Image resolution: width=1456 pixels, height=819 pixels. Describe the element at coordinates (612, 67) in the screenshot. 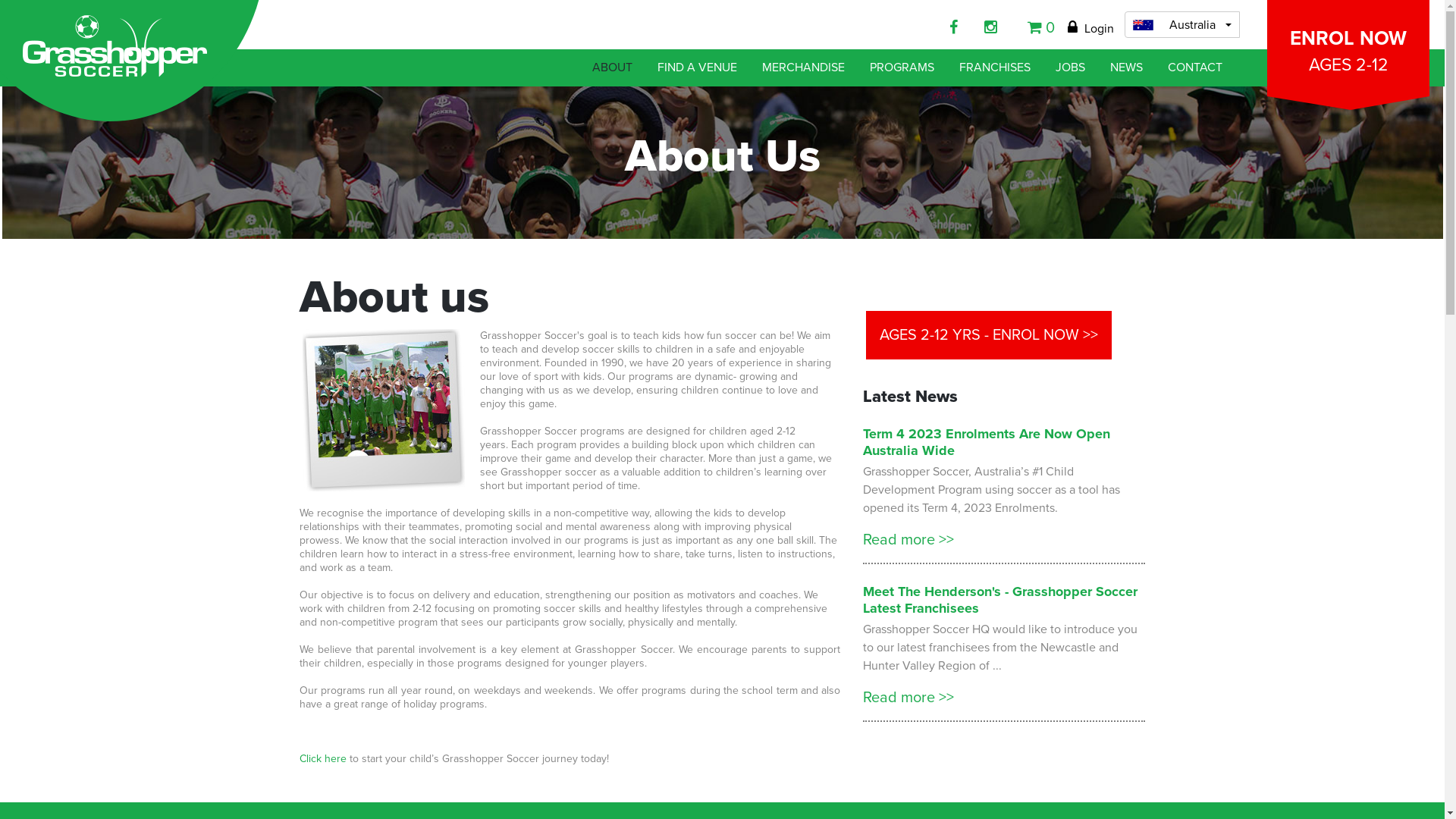

I see `'ABOUT'` at that location.